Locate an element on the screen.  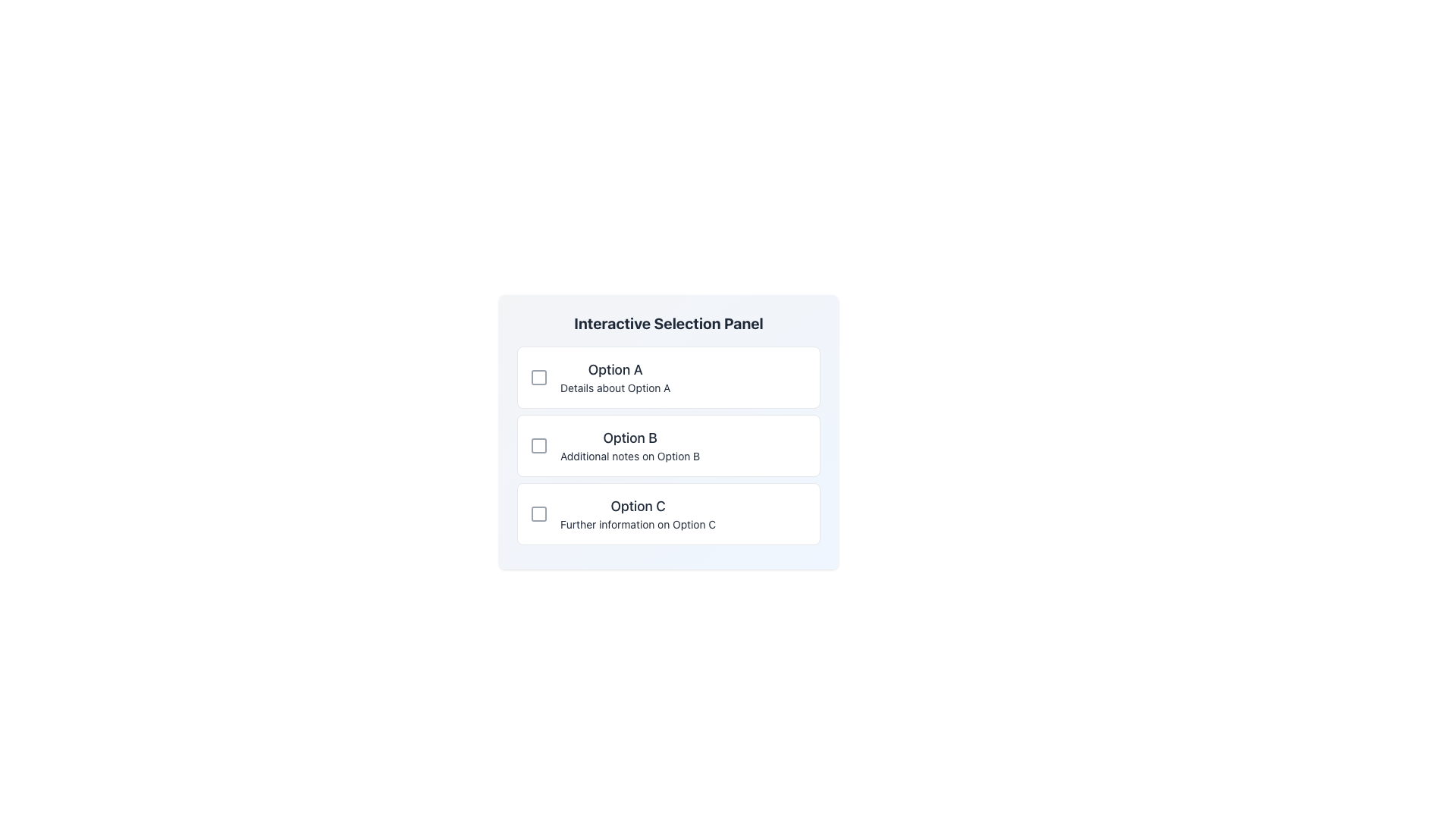
the checkbox for 'Option A' is located at coordinates (538, 376).